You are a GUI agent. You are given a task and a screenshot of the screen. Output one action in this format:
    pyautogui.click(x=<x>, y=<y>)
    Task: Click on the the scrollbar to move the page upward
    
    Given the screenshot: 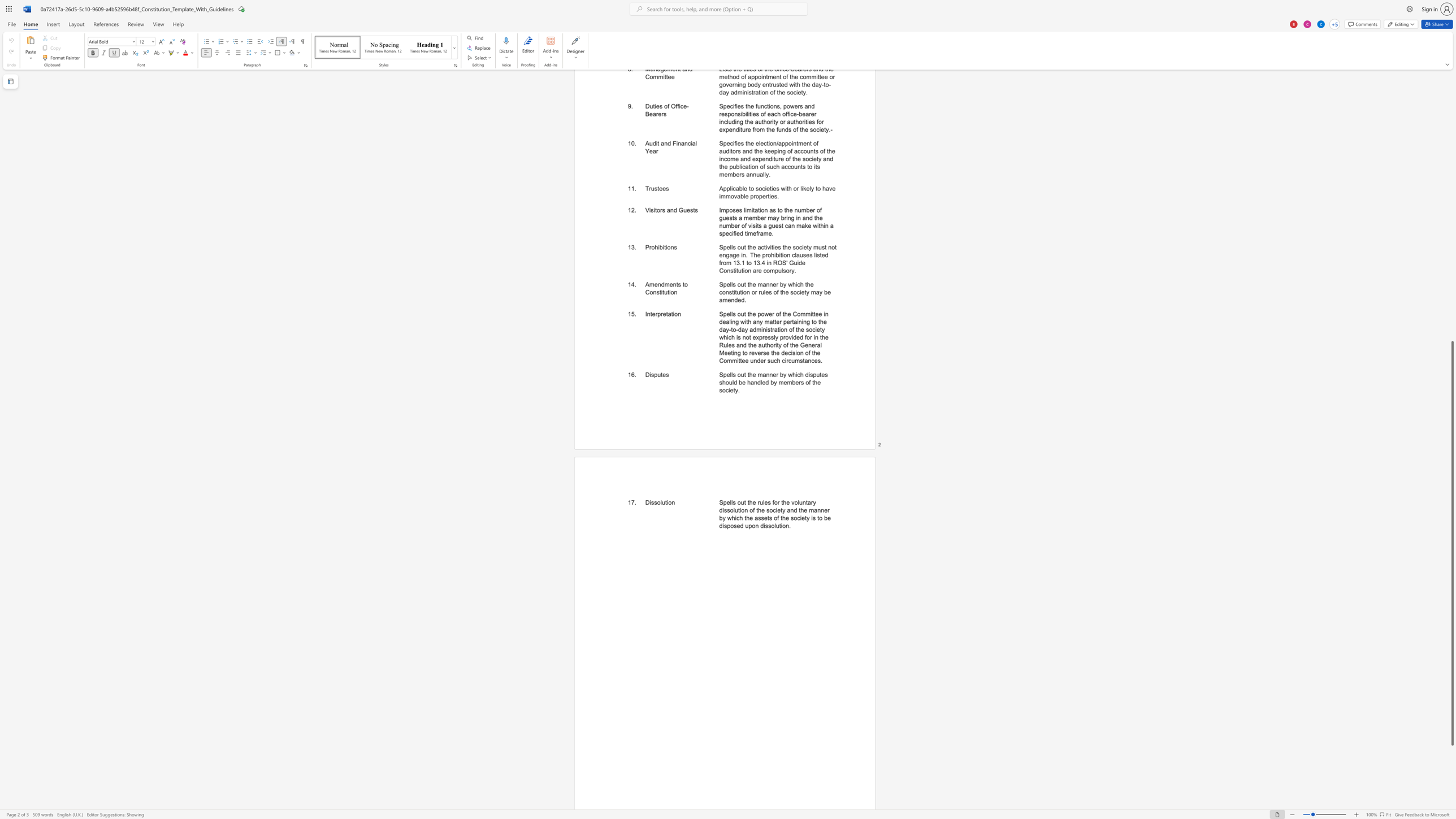 What is the action you would take?
    pyautogui.click(x=1451, y=102)
    